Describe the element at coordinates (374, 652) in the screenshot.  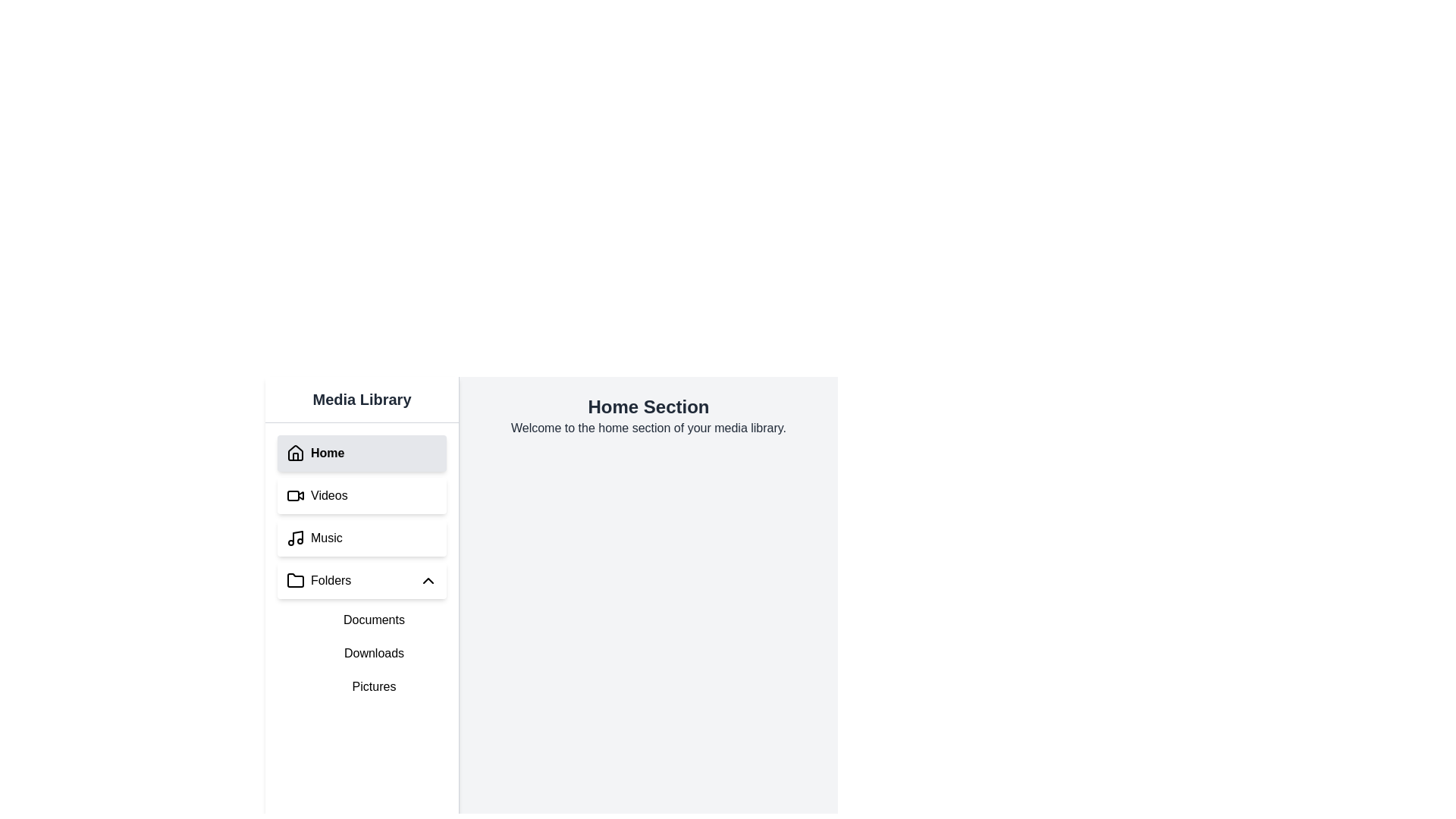
I see `the 'Downloads' text label, which is the second item in the vertical list of folders including 'Documents,' 'Downloads,' and 'Pictures.'` at that location.